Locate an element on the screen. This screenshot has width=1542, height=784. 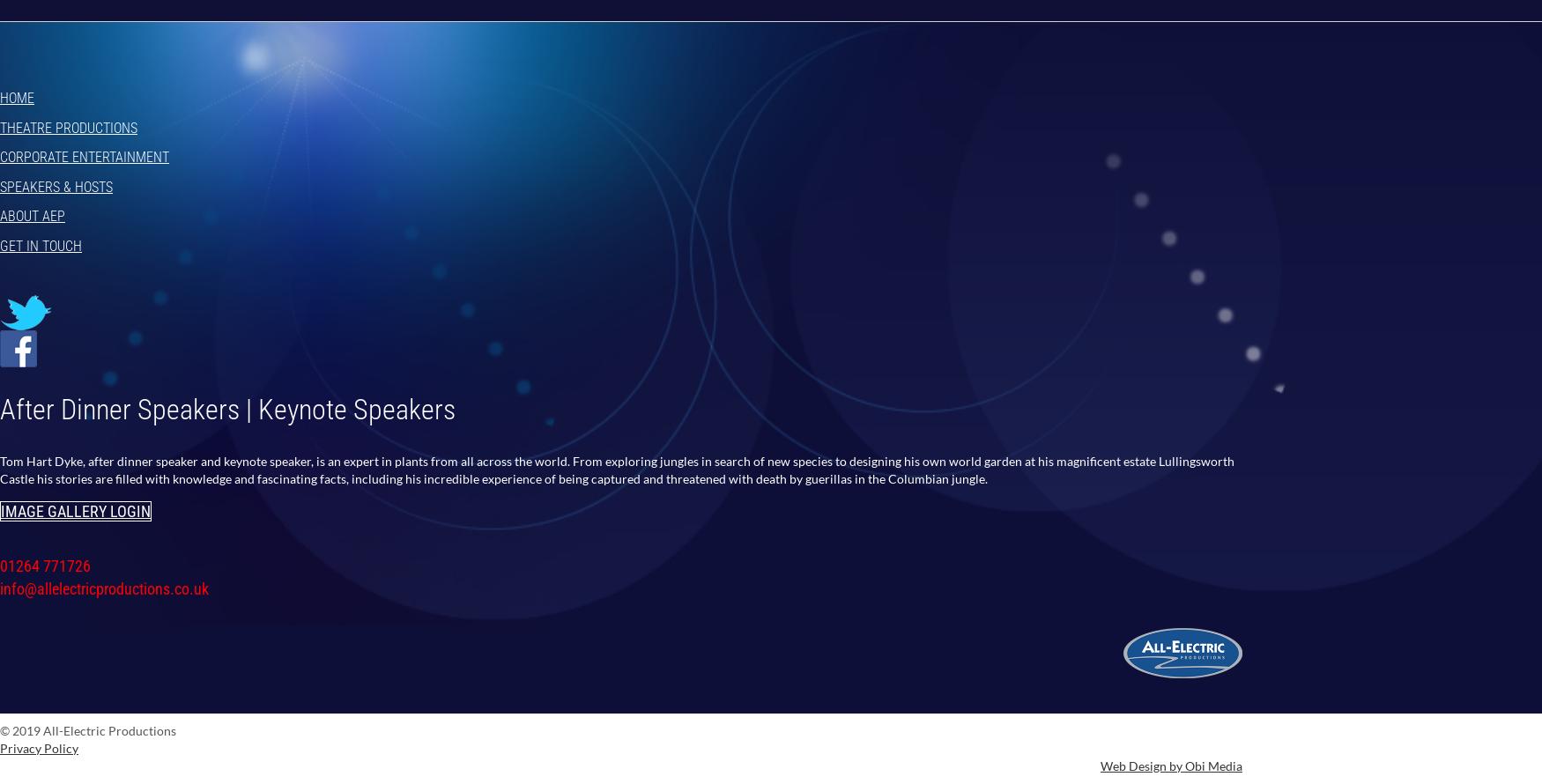
'Image gallery login' is located at coordinates (75, 510).